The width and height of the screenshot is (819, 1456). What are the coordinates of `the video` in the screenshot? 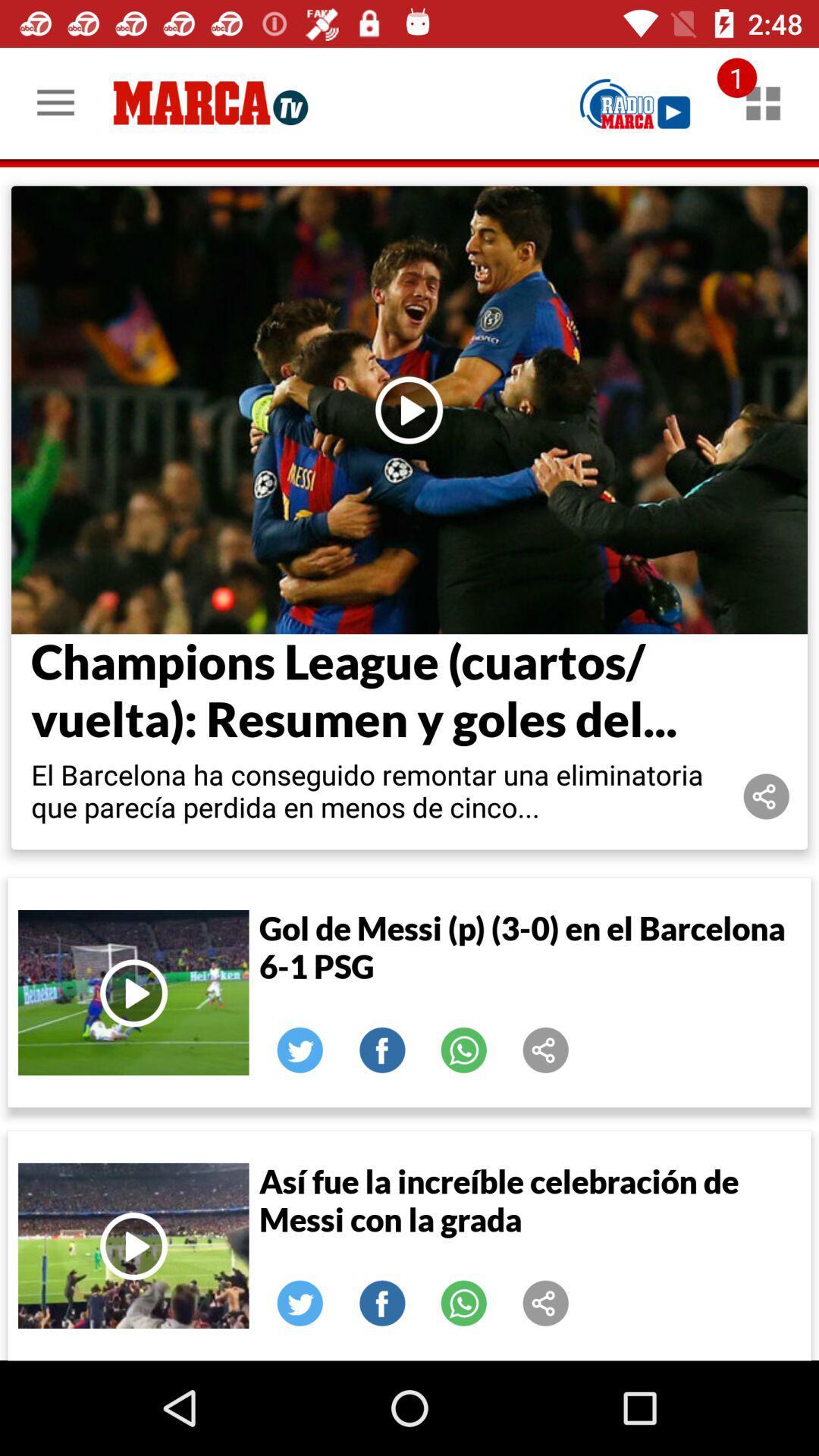 It's located at (409, 409).